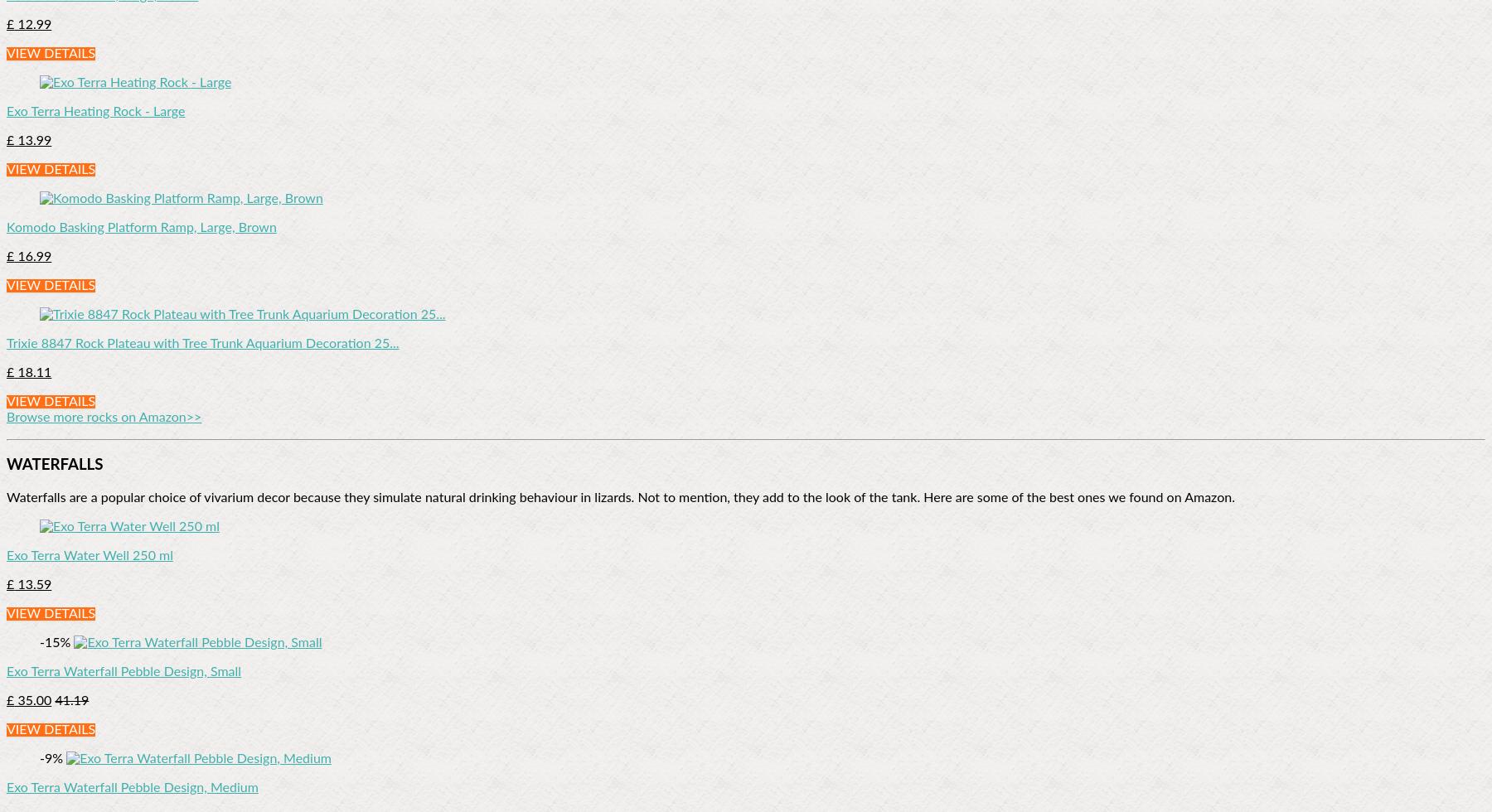  I want to click on 'Exo Terra Waterfall Pebble Design, Small', so click(124, 672).